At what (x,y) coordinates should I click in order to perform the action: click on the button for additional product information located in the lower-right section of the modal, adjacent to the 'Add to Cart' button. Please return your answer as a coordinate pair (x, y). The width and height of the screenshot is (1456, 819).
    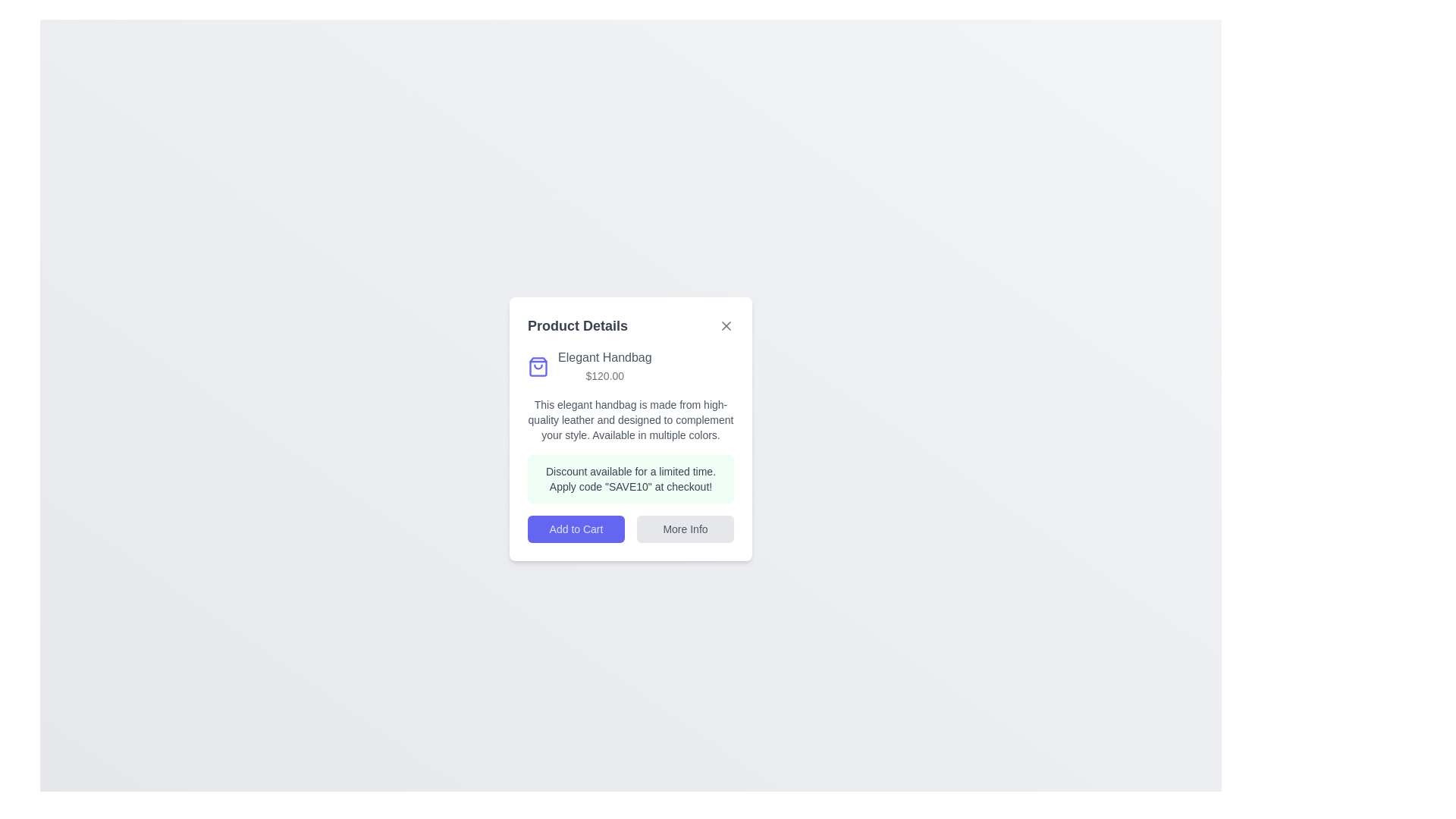
    Looking at the image, I should click on (684, 529).